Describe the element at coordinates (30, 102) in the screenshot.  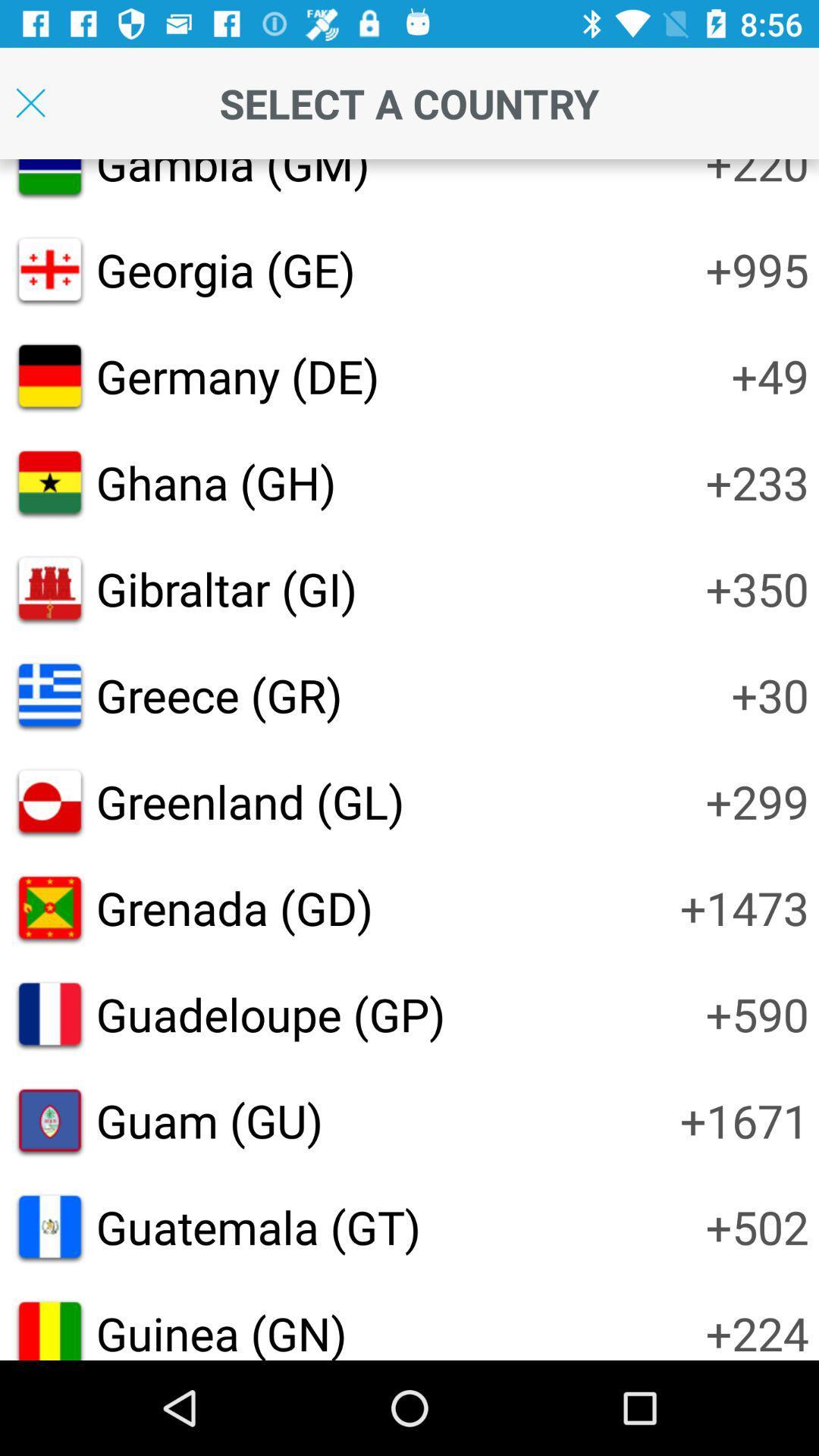
I see `setting` at that location.